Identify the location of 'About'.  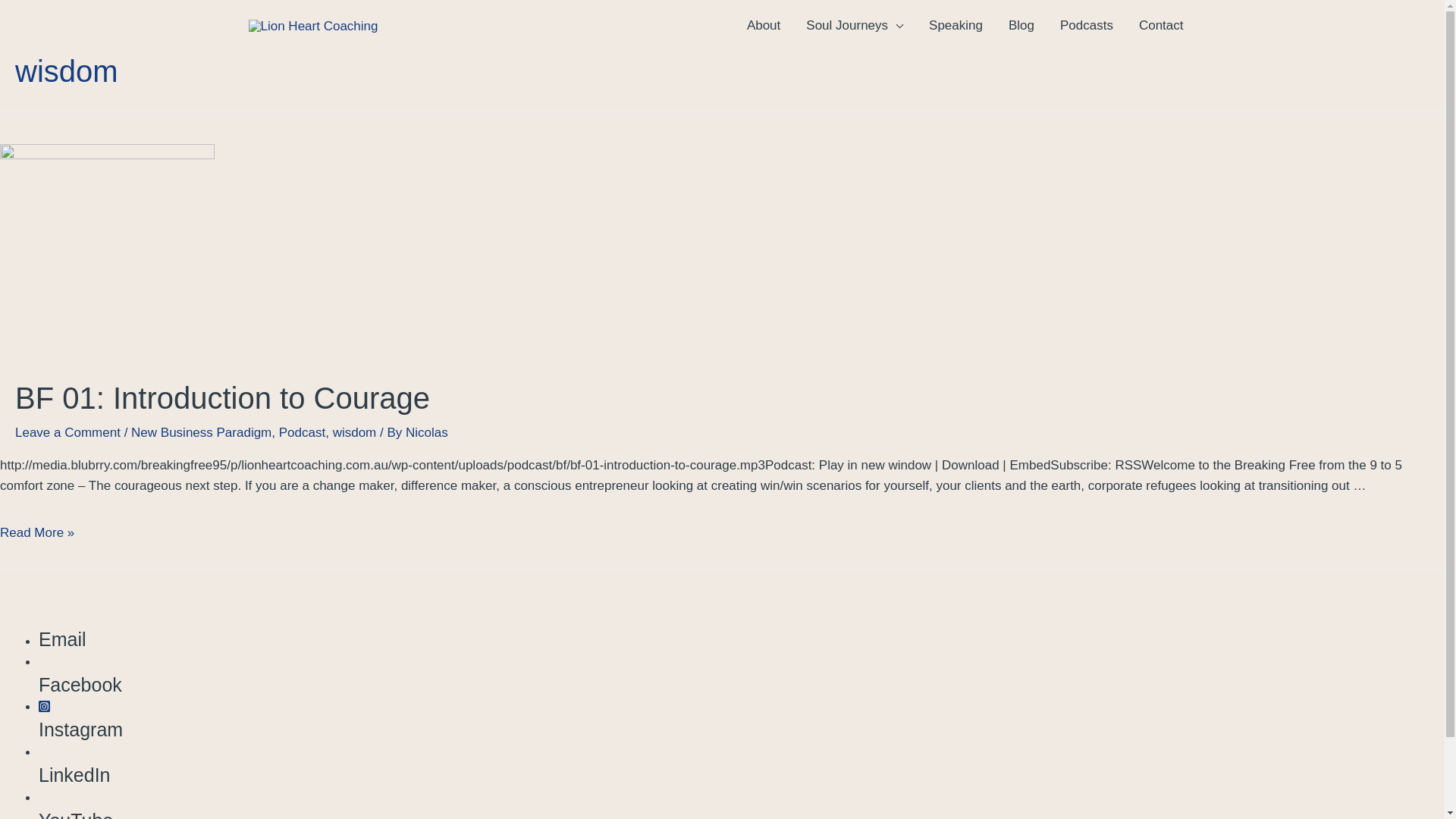
(764, 26).